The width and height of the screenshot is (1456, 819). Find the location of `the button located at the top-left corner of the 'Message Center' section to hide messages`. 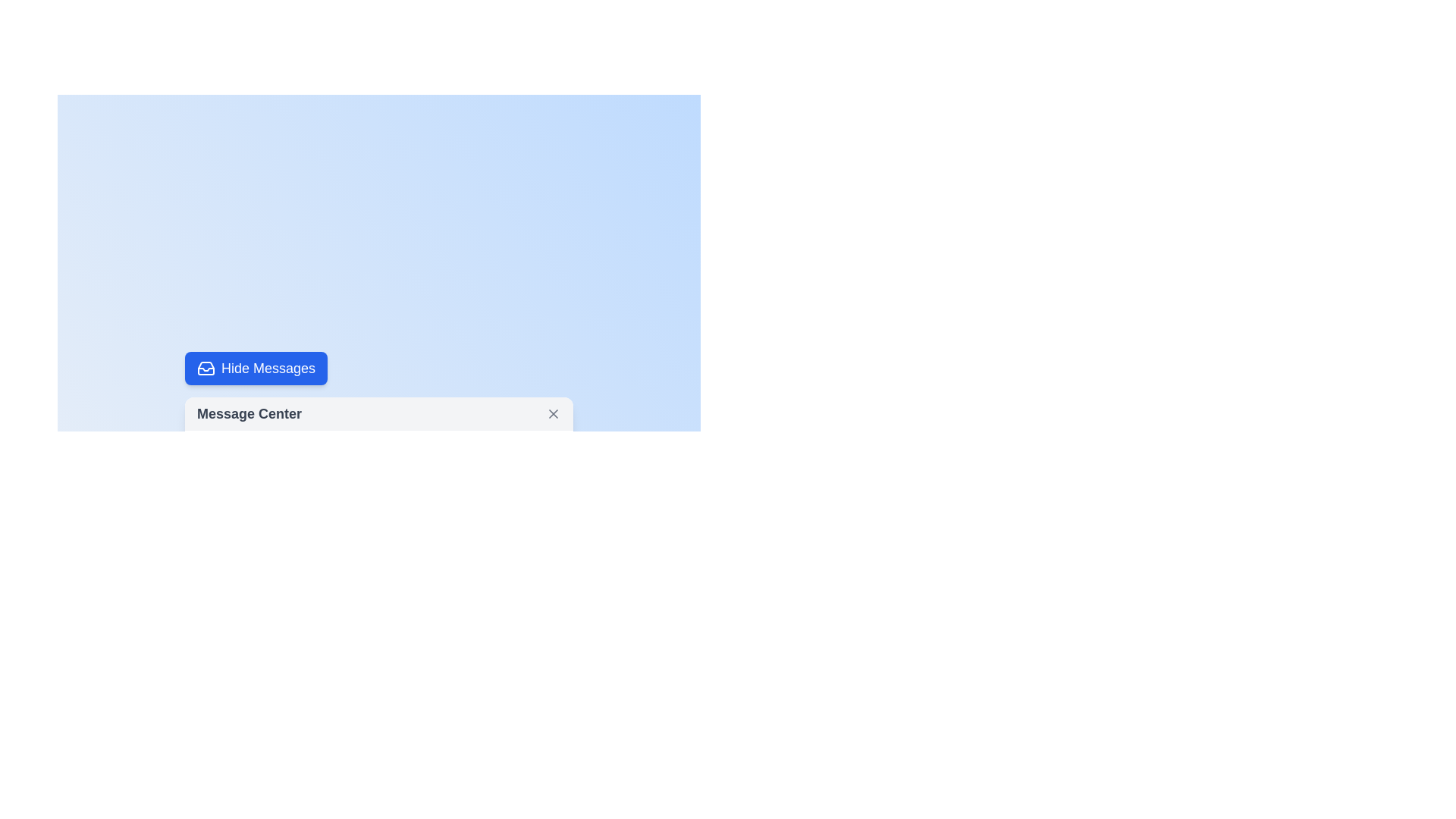

the button located at the top-left corner of the 'Message Center' section to hide messages is located at coordinates (256, 369).